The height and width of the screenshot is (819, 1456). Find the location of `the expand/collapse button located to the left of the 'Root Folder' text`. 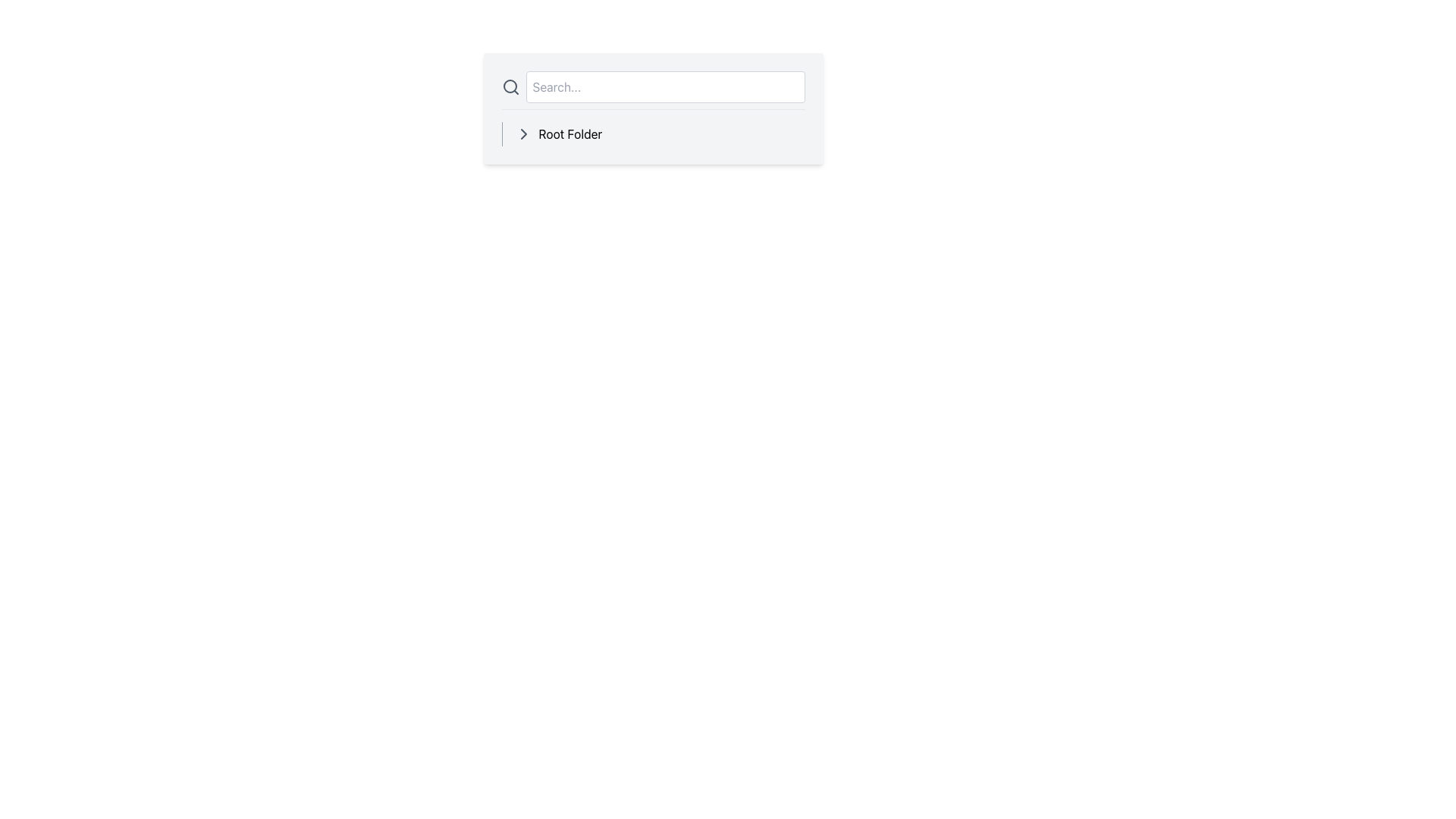

the expand/collapse button located to the left of the 'Root Folder' text is located at coordinates (523, 133).